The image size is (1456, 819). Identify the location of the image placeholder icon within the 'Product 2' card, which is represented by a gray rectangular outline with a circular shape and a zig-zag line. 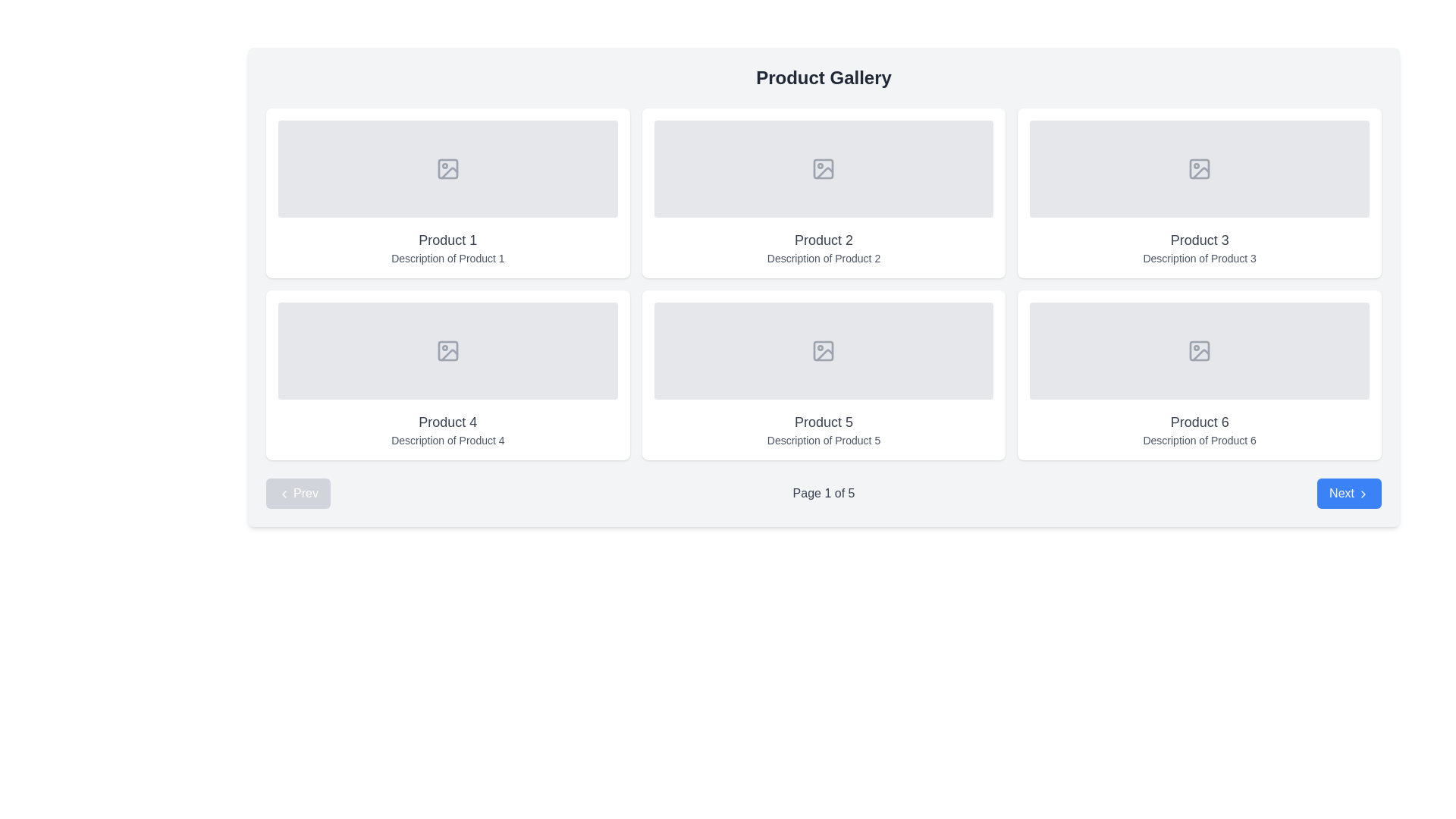
(823, 169).